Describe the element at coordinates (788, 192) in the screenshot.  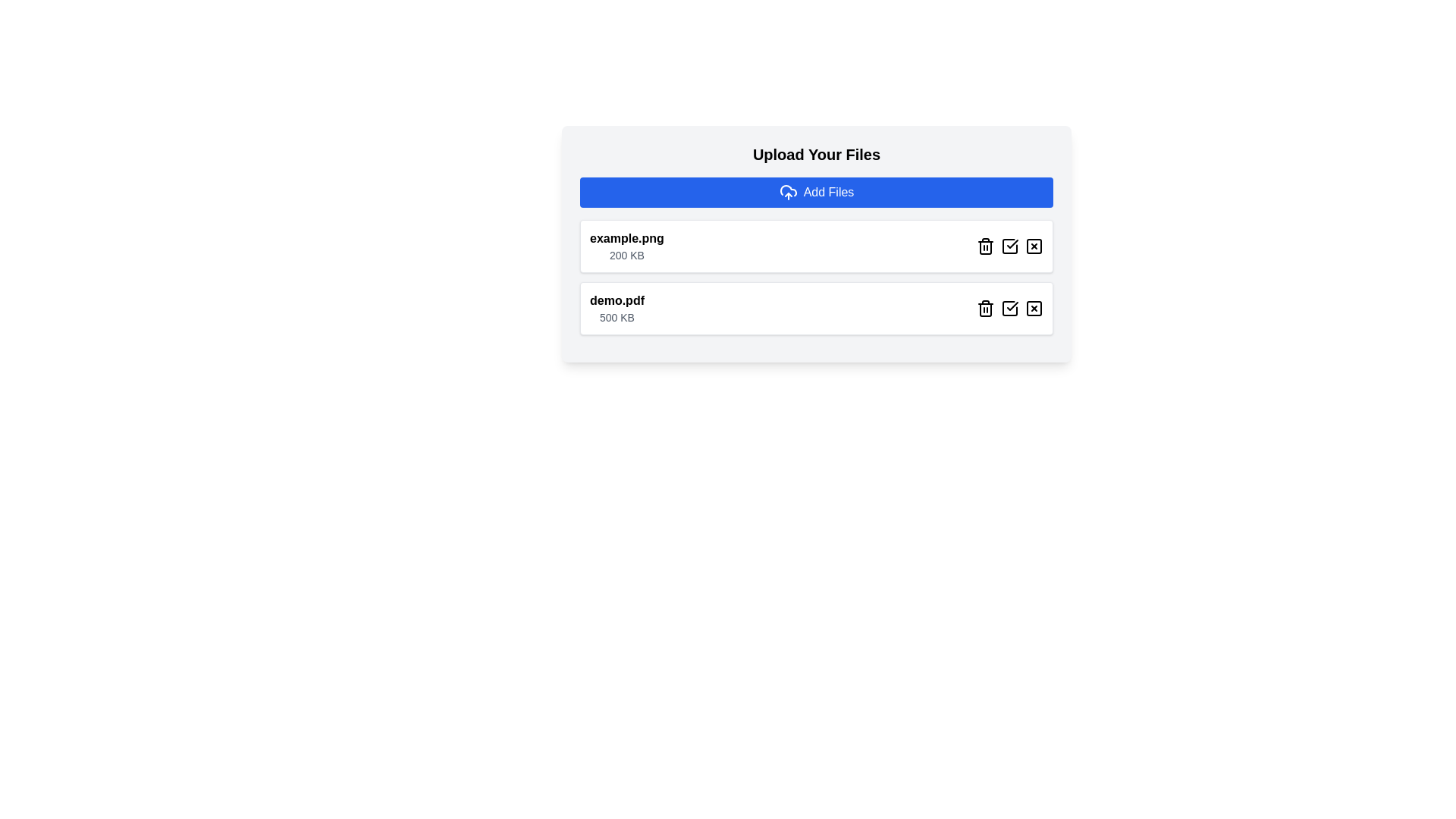
I see `the decorative SVG graphic icon that visually indicates the 'Add Files' button, located to the left of the 'Add Files' text within the blue button near the top center of the interface` at that location.